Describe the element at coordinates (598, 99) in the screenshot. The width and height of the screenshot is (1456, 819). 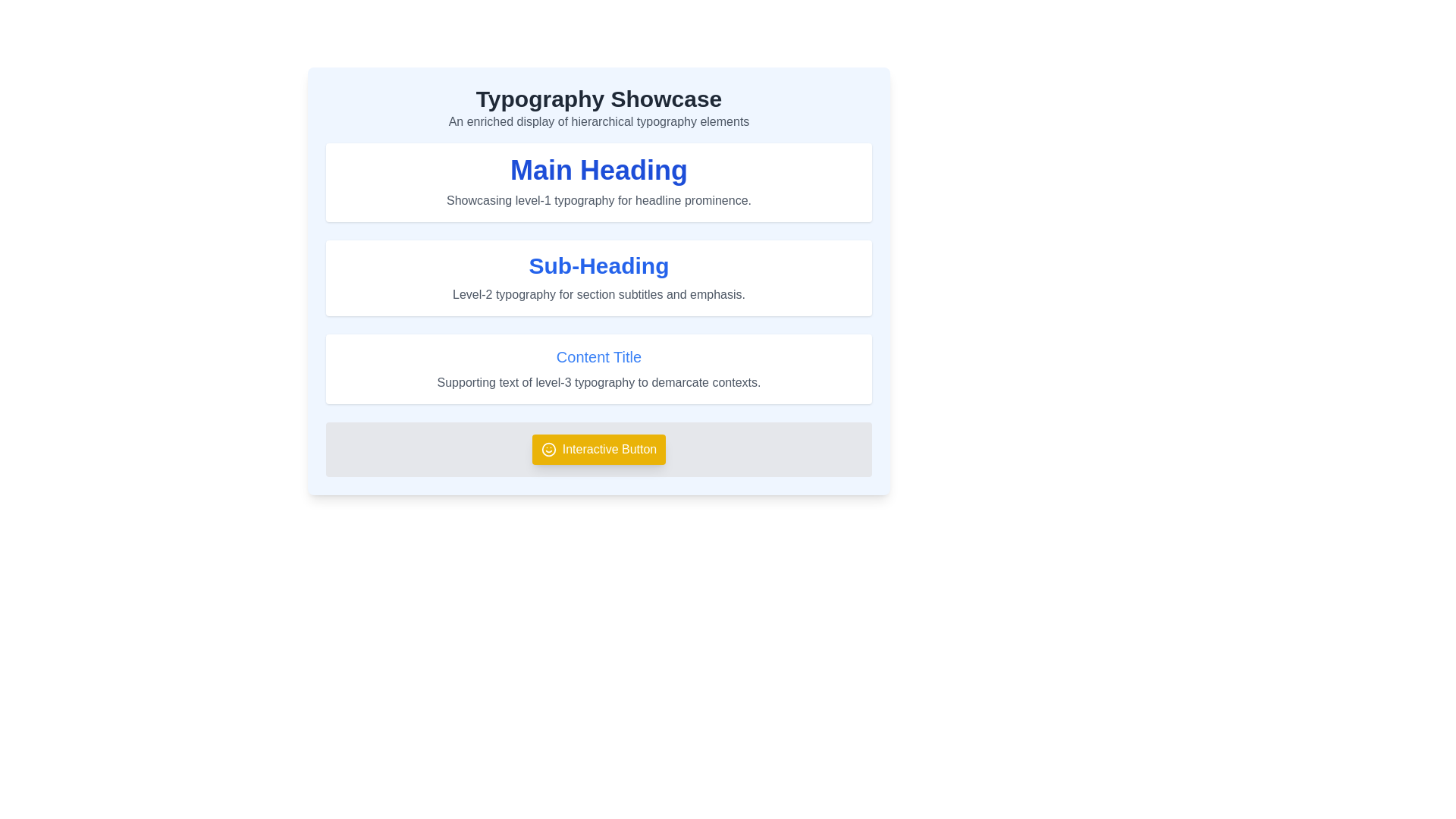
I see `the Text Display element that shows the bold, large text 'Typography Showcase' at the top of the typographic demonstration interface` at that location.